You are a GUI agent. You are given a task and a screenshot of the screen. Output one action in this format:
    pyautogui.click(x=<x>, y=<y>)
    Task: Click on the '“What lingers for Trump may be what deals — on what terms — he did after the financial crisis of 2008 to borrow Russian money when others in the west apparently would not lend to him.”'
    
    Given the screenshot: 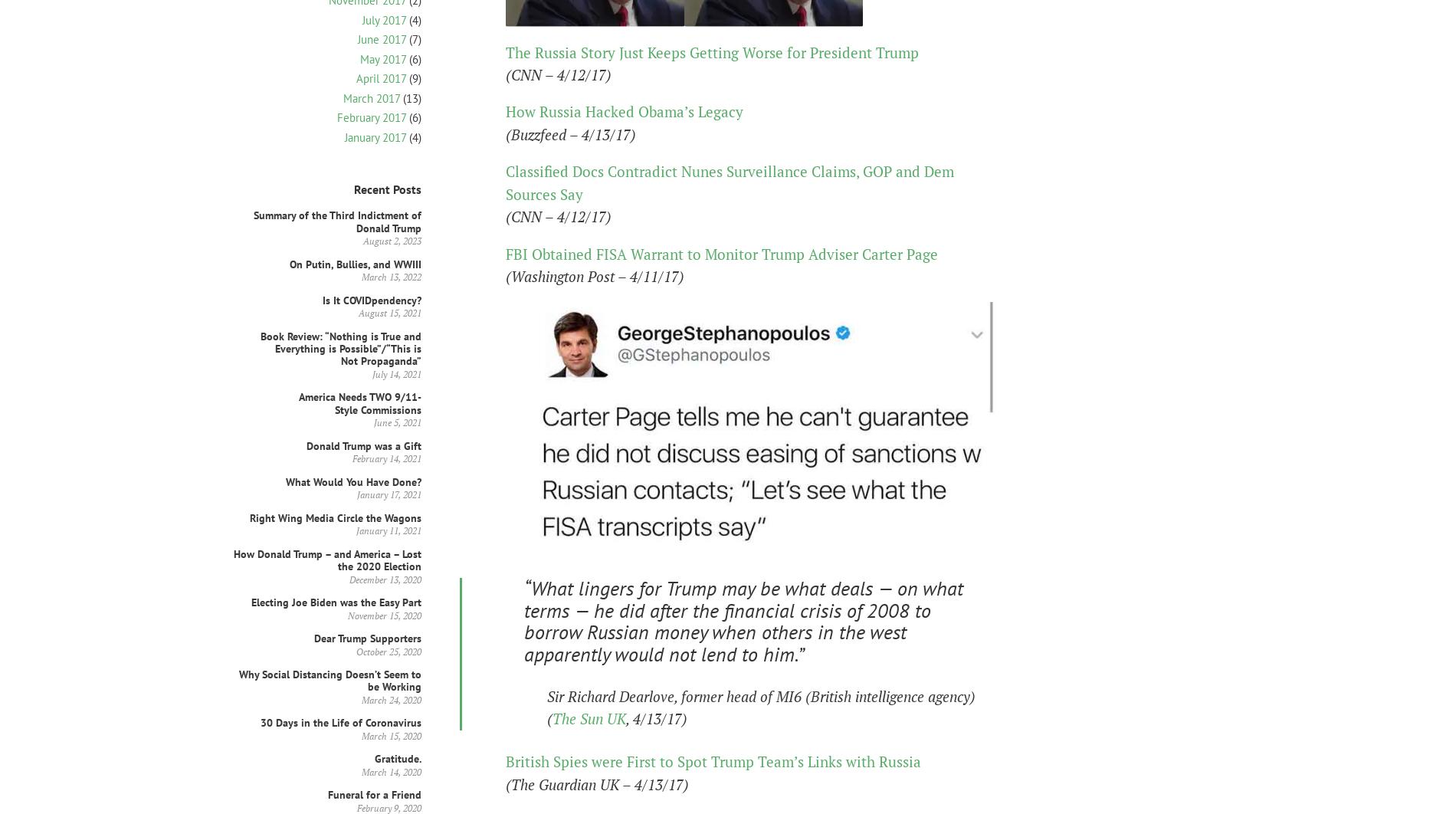 What is the action you would take?
    pyautogui.click(x=743, y=619)
    